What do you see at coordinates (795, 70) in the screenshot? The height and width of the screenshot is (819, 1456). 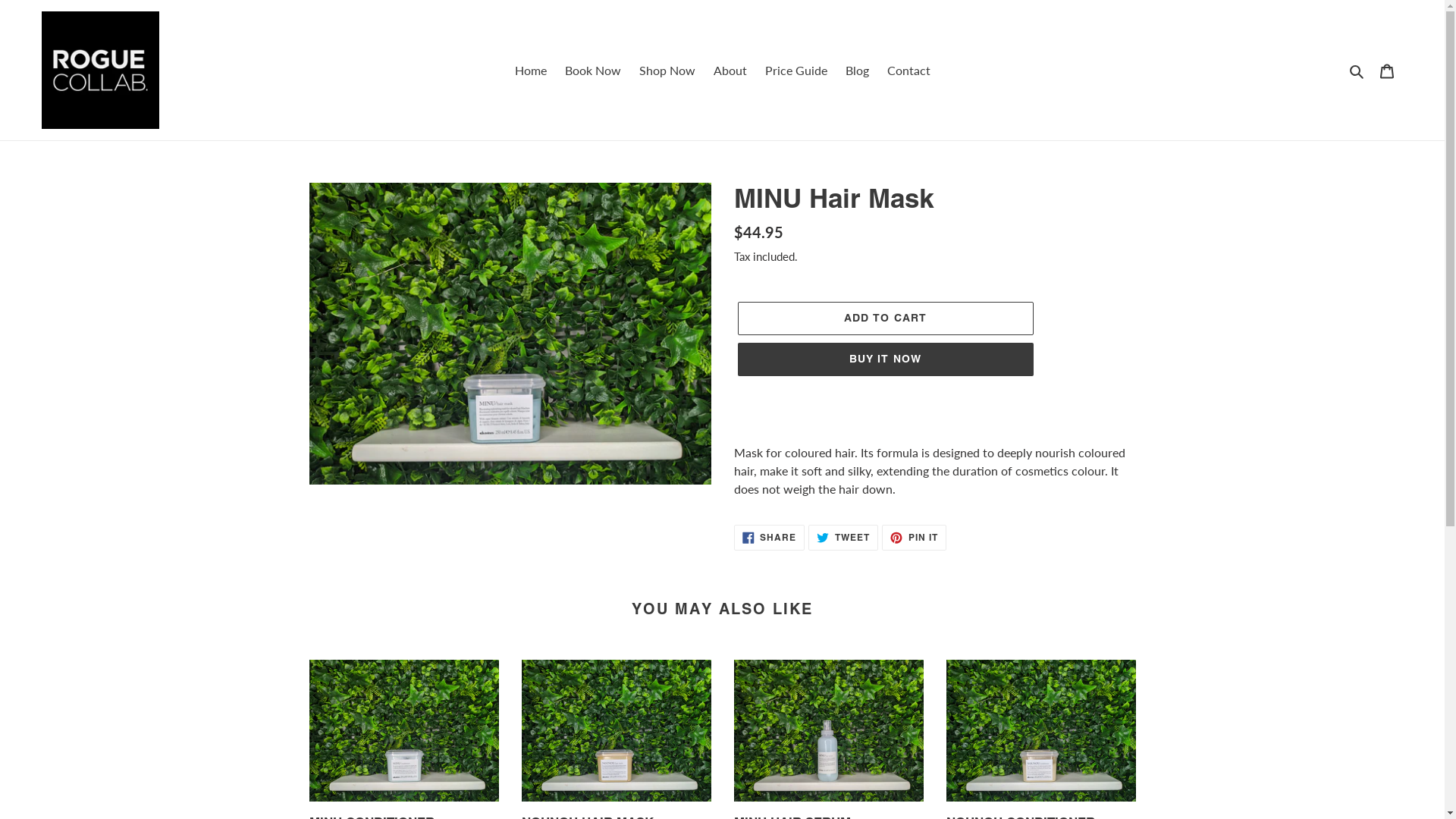 I see `'Price Guide'` at bounding box center [795, 70].